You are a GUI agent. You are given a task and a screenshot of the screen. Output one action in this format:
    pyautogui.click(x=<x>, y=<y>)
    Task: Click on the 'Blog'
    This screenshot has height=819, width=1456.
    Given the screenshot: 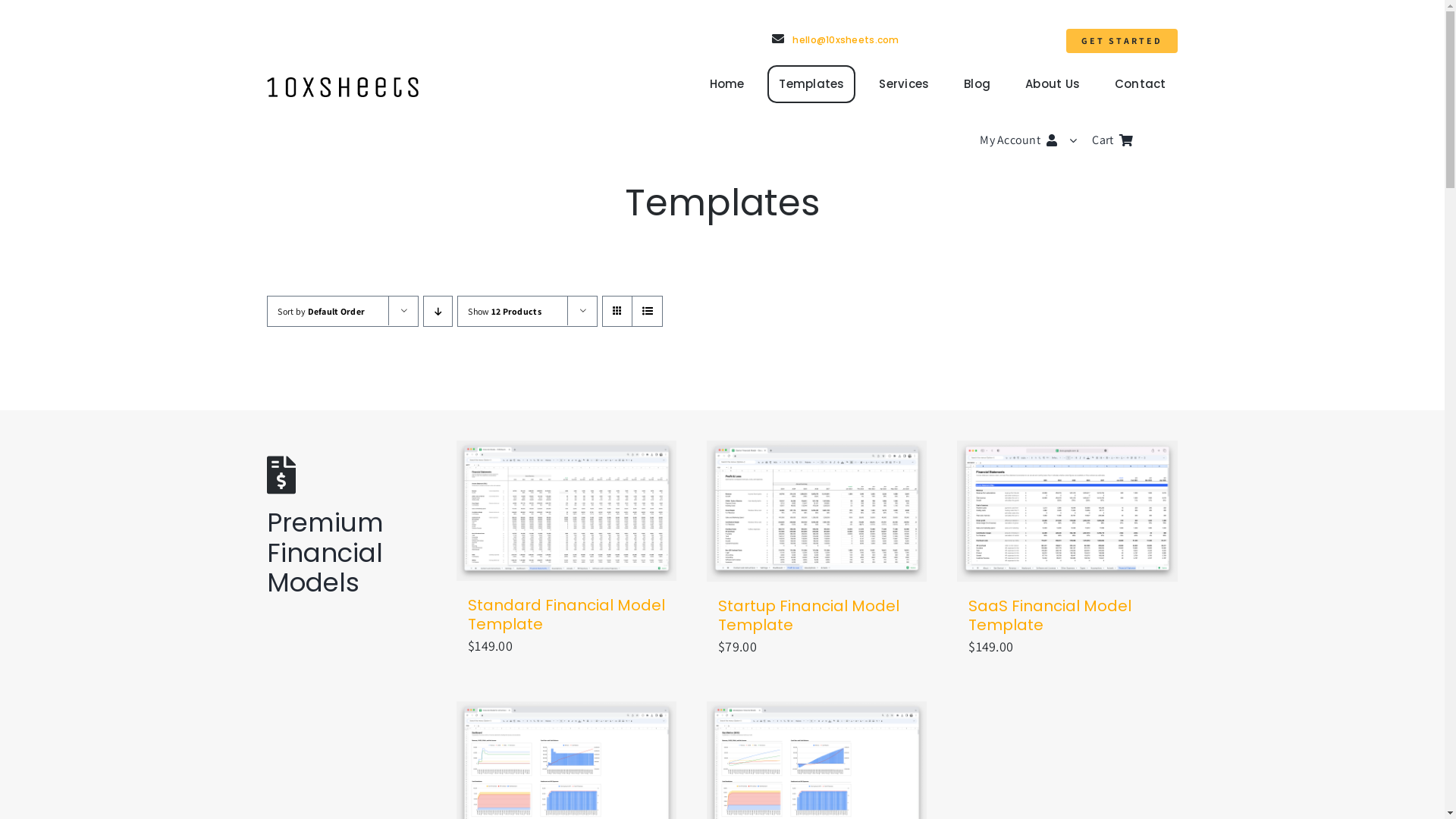 What is the action you would take?
    pyautogui.click(x=977, y=84)
    